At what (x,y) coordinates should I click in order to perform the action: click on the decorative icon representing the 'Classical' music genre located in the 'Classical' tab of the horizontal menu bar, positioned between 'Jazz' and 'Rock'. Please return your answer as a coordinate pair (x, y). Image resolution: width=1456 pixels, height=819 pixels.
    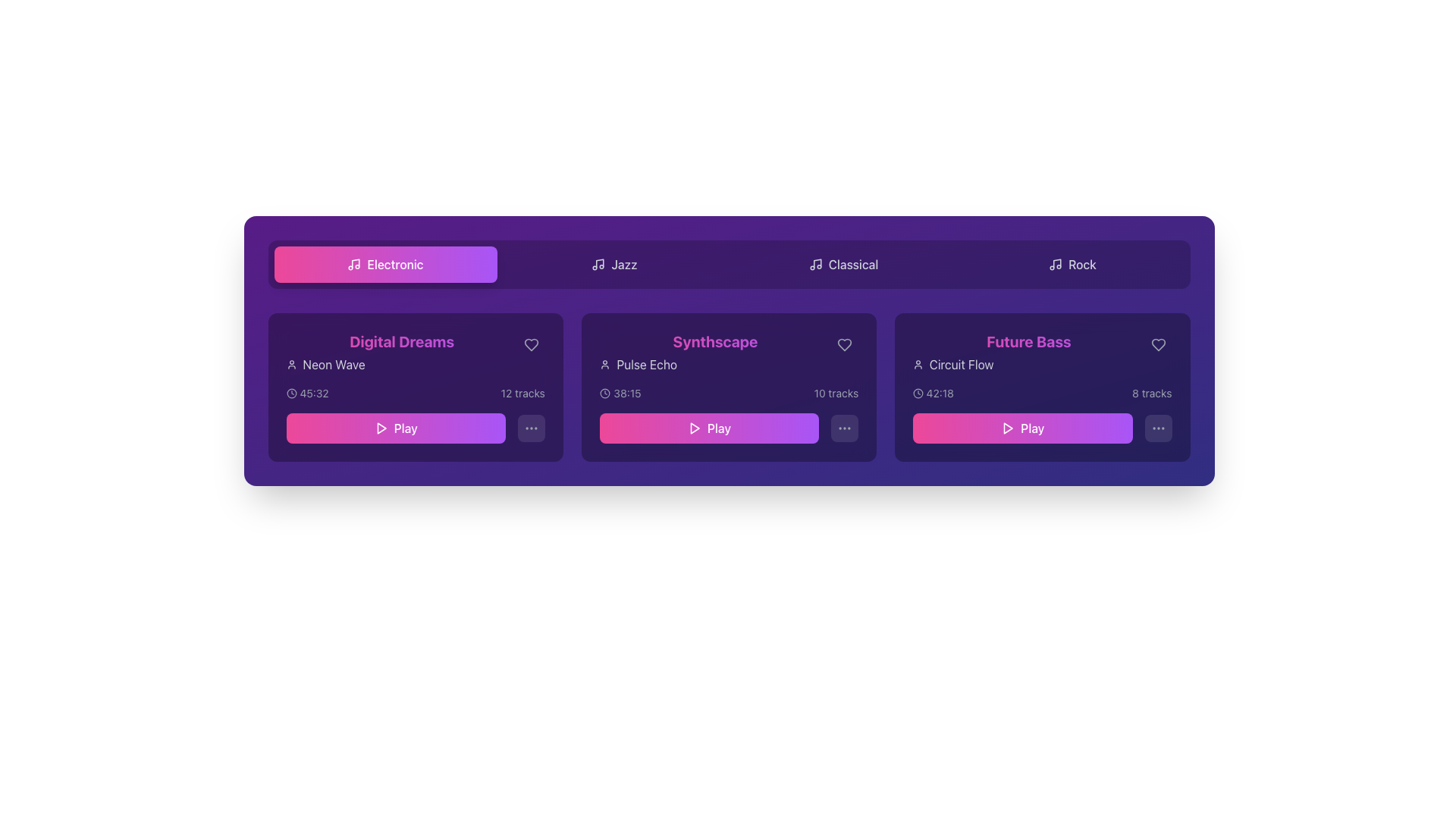
    Looking at the image, I should click on (814, 263).